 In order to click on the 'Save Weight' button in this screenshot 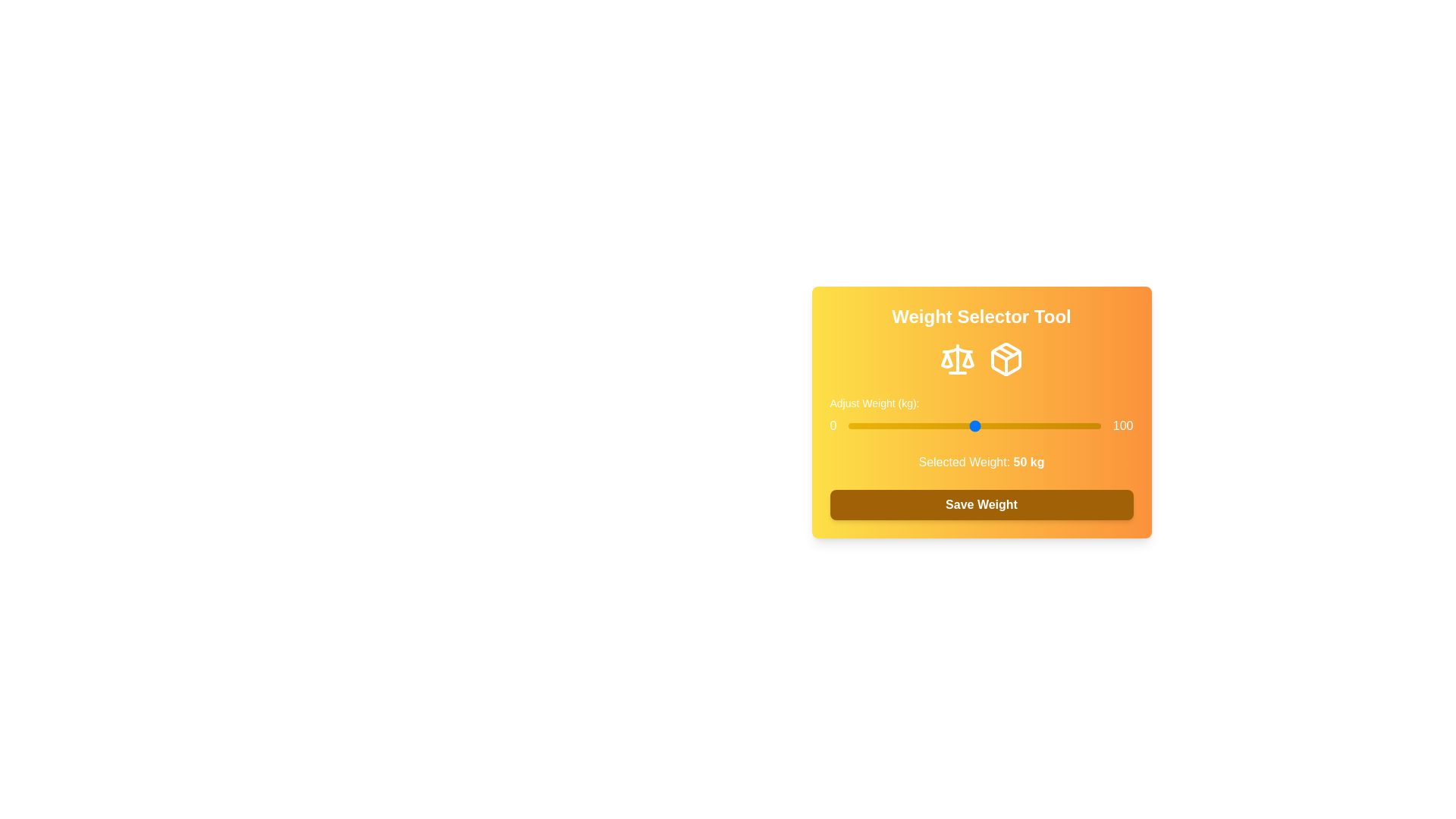, I will do `click(981, 505)`.